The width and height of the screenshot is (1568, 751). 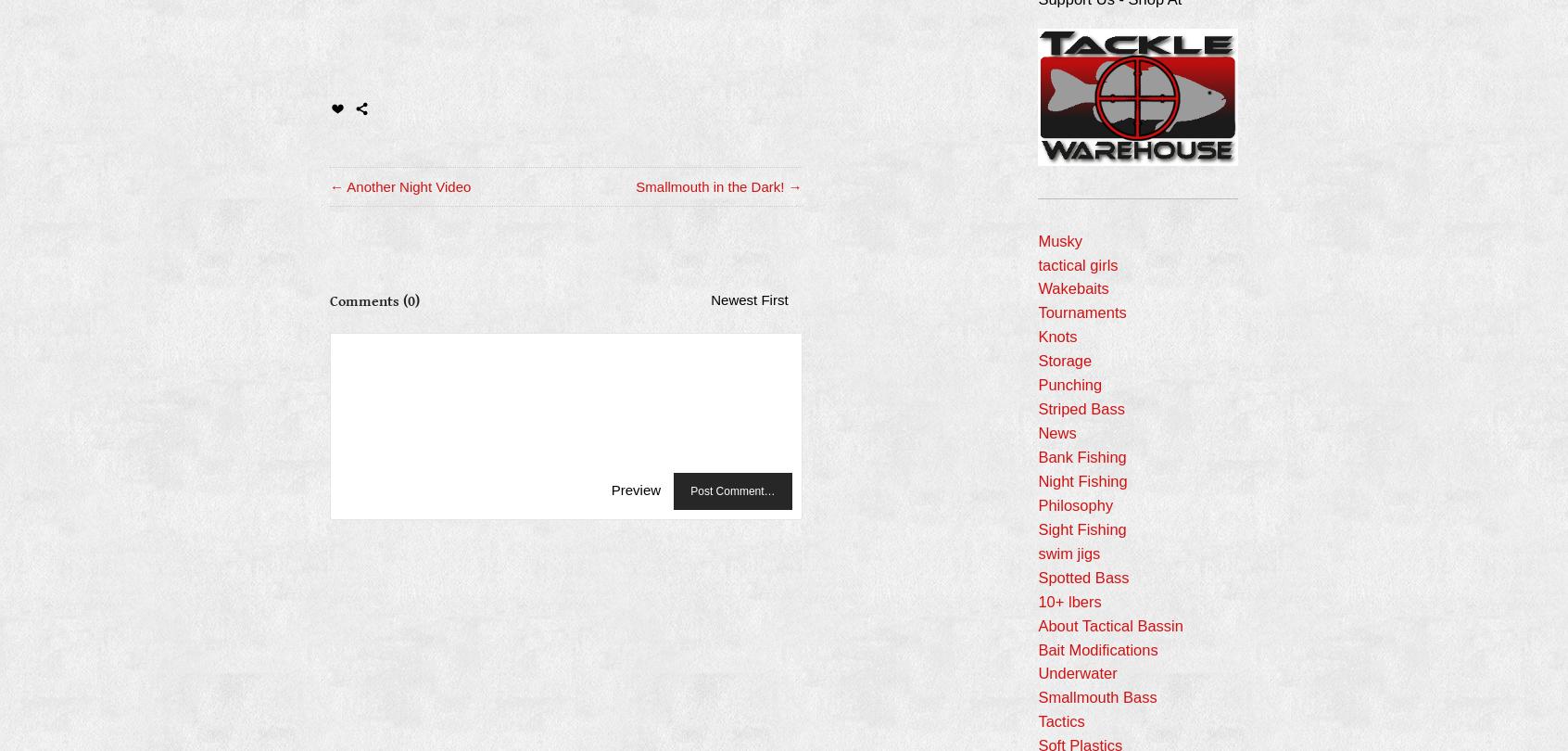 I want to click on 'Punching', so click(x=1069, y=384).